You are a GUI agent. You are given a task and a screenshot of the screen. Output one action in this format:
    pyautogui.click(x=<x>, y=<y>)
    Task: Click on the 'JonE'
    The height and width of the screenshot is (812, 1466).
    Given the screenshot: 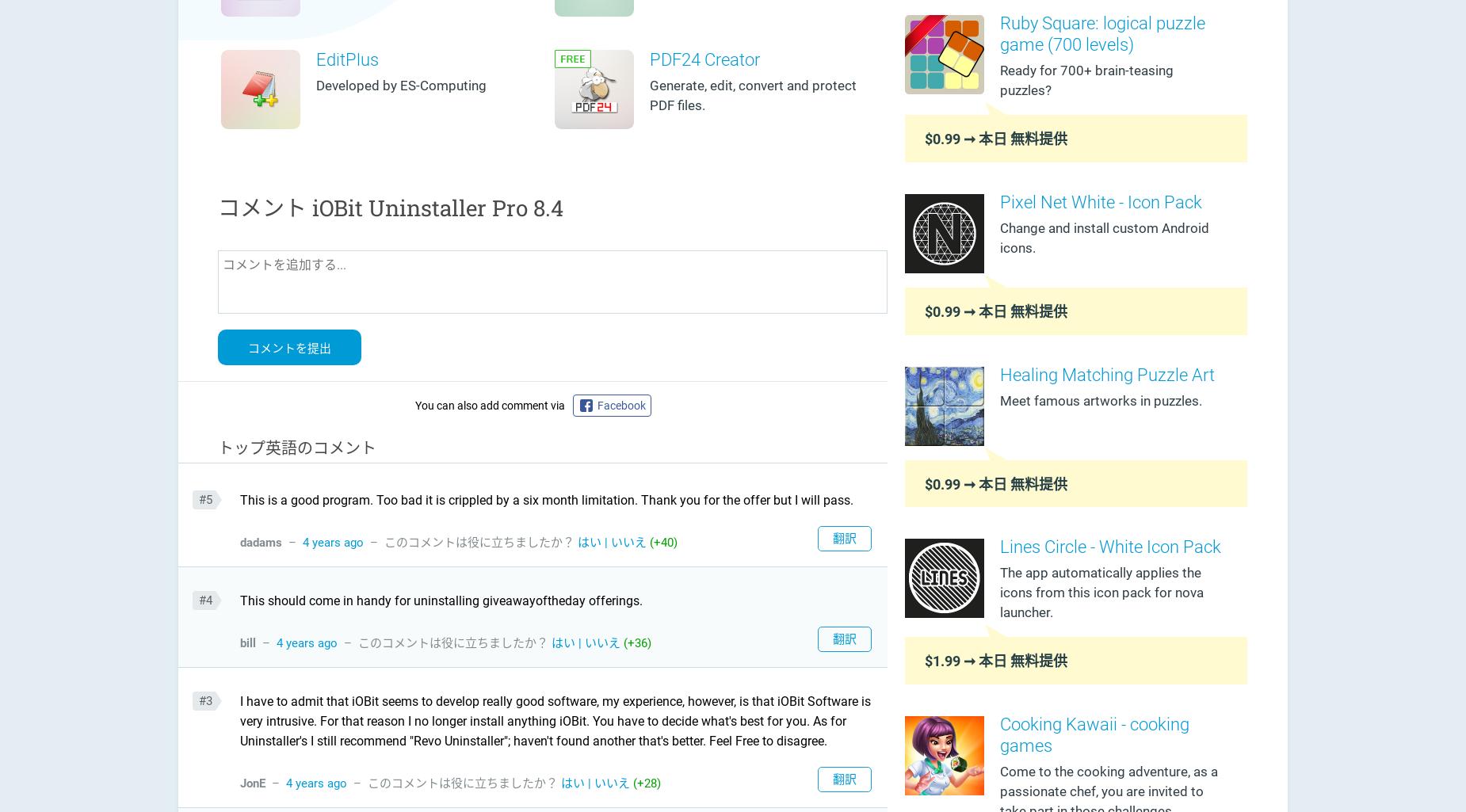 What is the action you would take?
    pyautogui.click(x=251, y=781)
    